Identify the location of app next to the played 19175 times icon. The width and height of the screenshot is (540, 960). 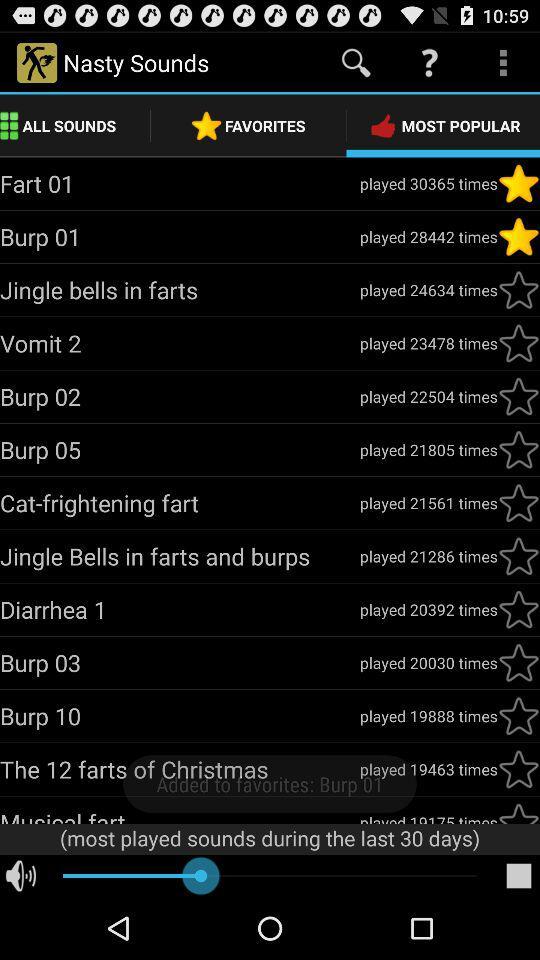
(179, 815).